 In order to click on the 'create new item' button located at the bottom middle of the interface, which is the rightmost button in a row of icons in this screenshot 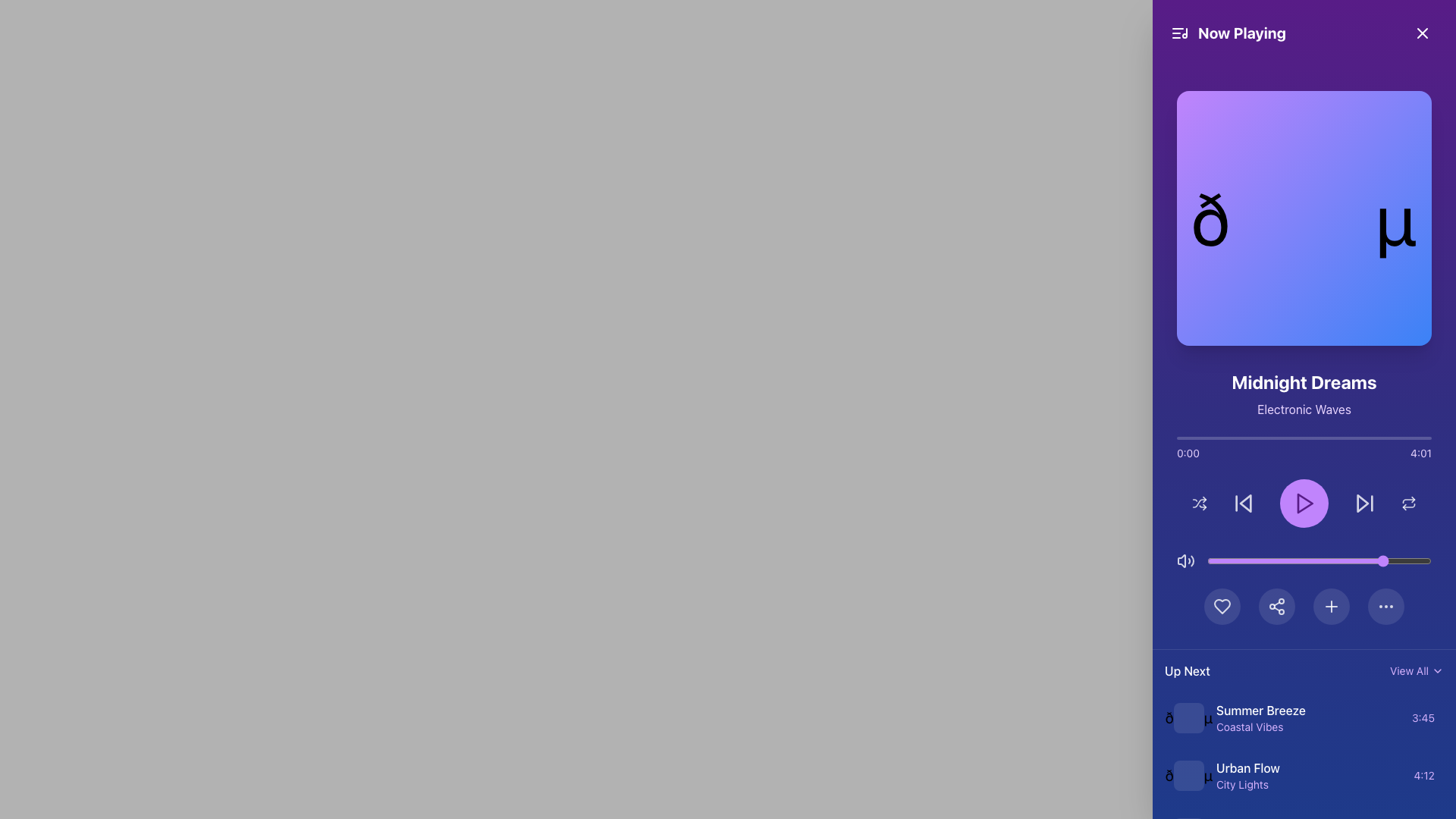, I will do `click(1331, 605)`.